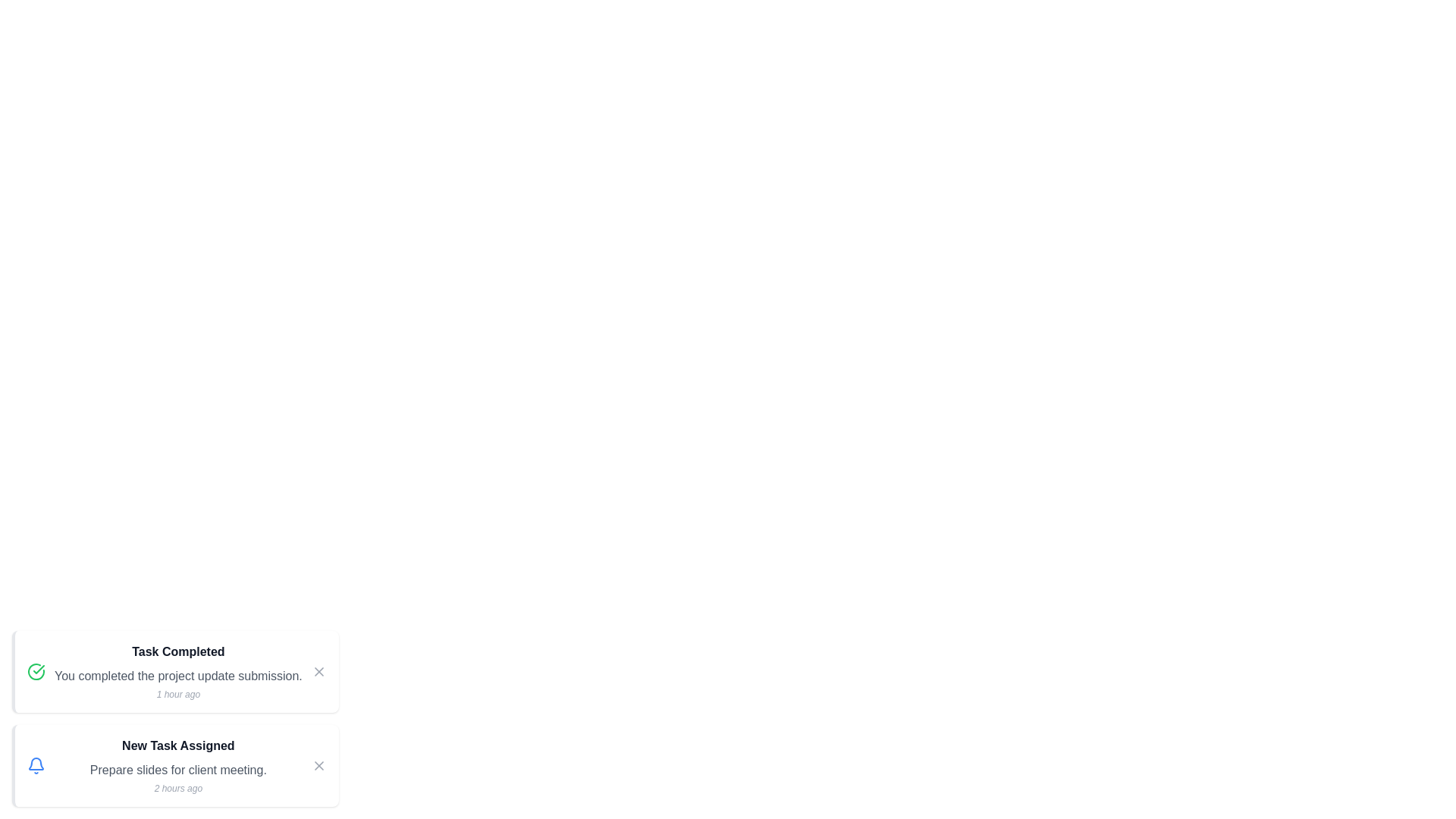 This screenshot has height=819, width=1456. Describe the element at coordinates (318, 766) in the screenshot. I see `close button of the task with title 'New Task Assigned'` at that location.